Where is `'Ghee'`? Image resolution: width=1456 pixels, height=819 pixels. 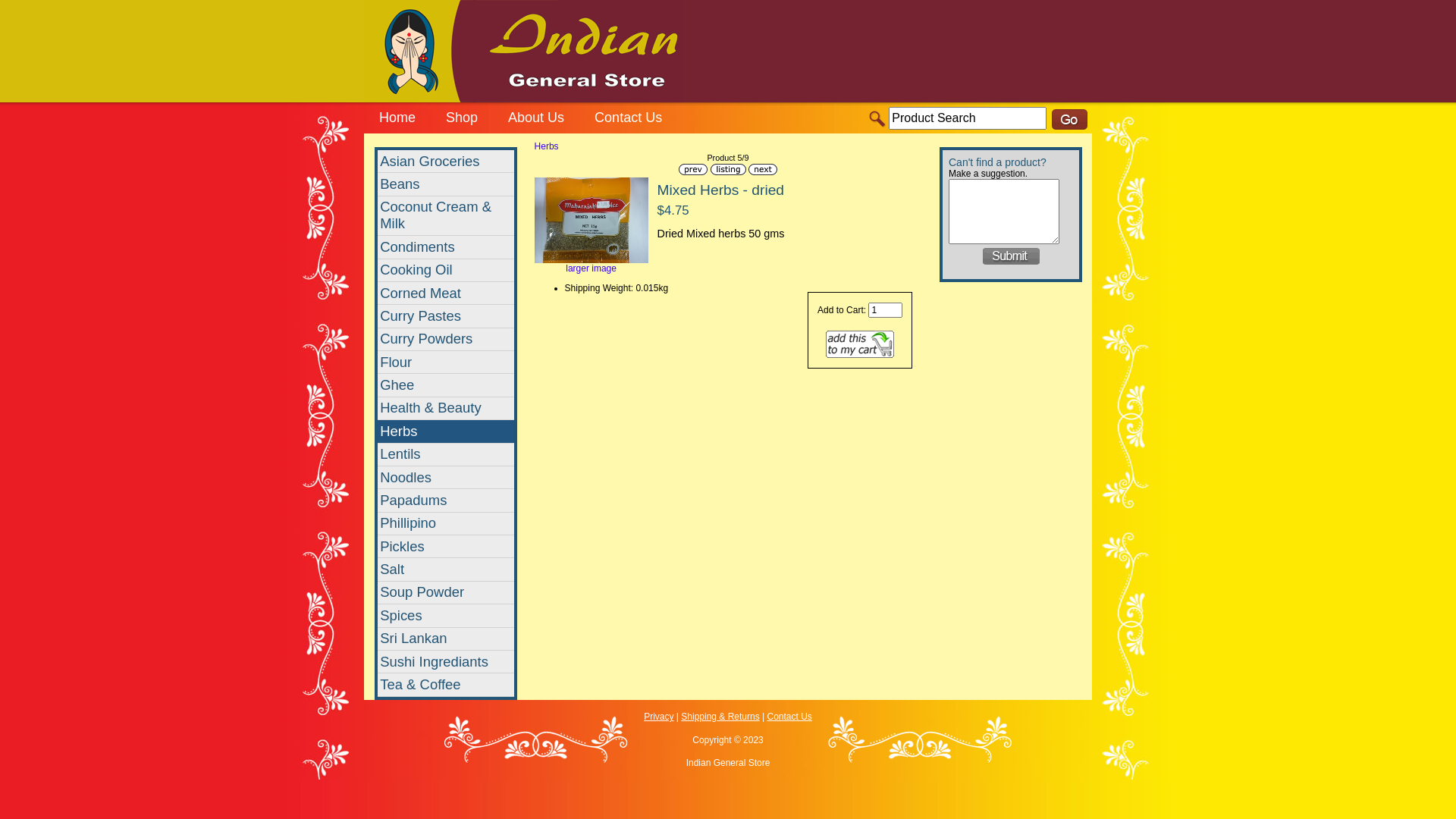
'Ghee' is located at coordinates (445, 384).